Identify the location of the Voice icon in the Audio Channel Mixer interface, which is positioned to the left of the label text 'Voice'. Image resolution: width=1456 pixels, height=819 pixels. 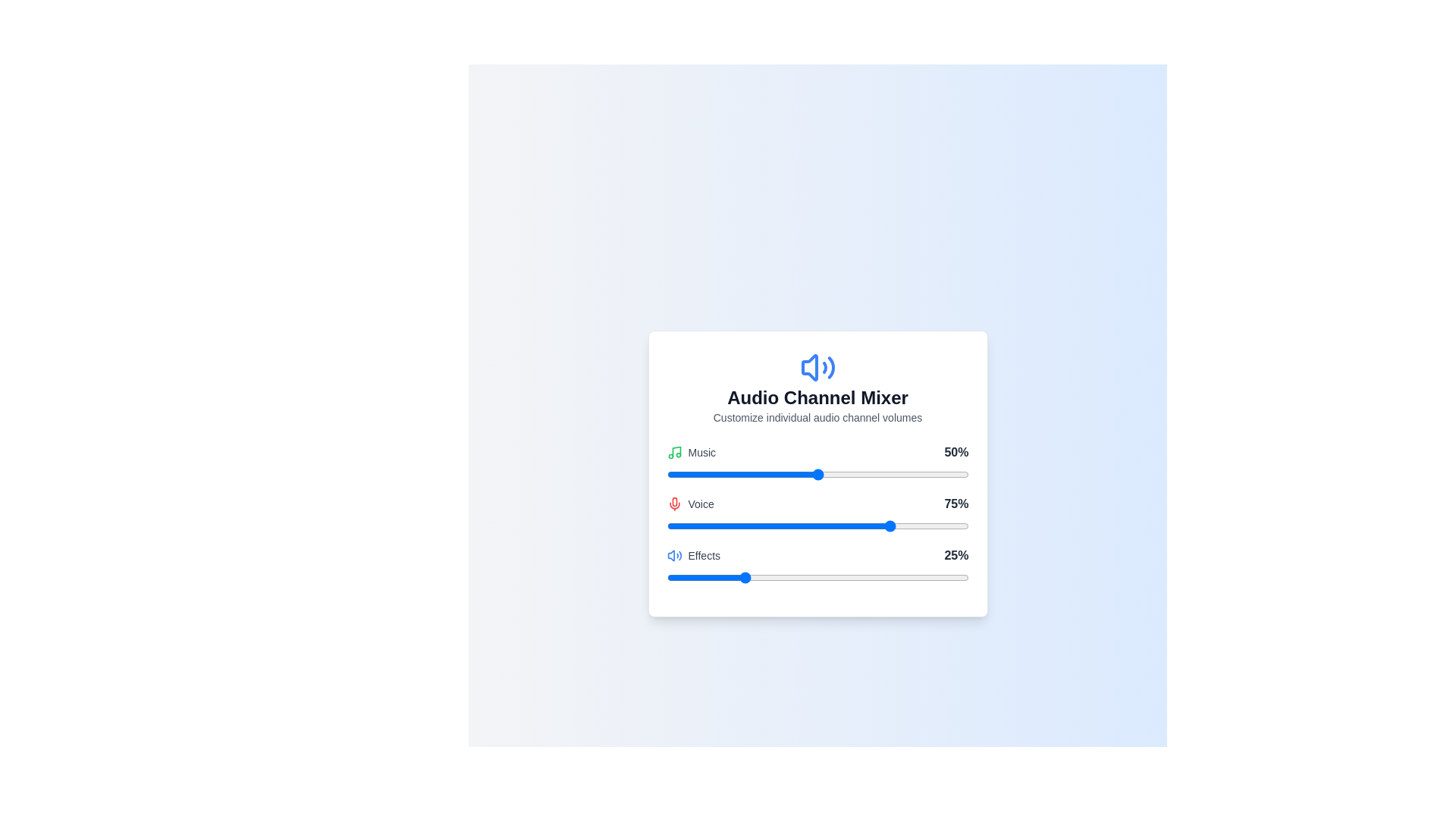
(673, 504).